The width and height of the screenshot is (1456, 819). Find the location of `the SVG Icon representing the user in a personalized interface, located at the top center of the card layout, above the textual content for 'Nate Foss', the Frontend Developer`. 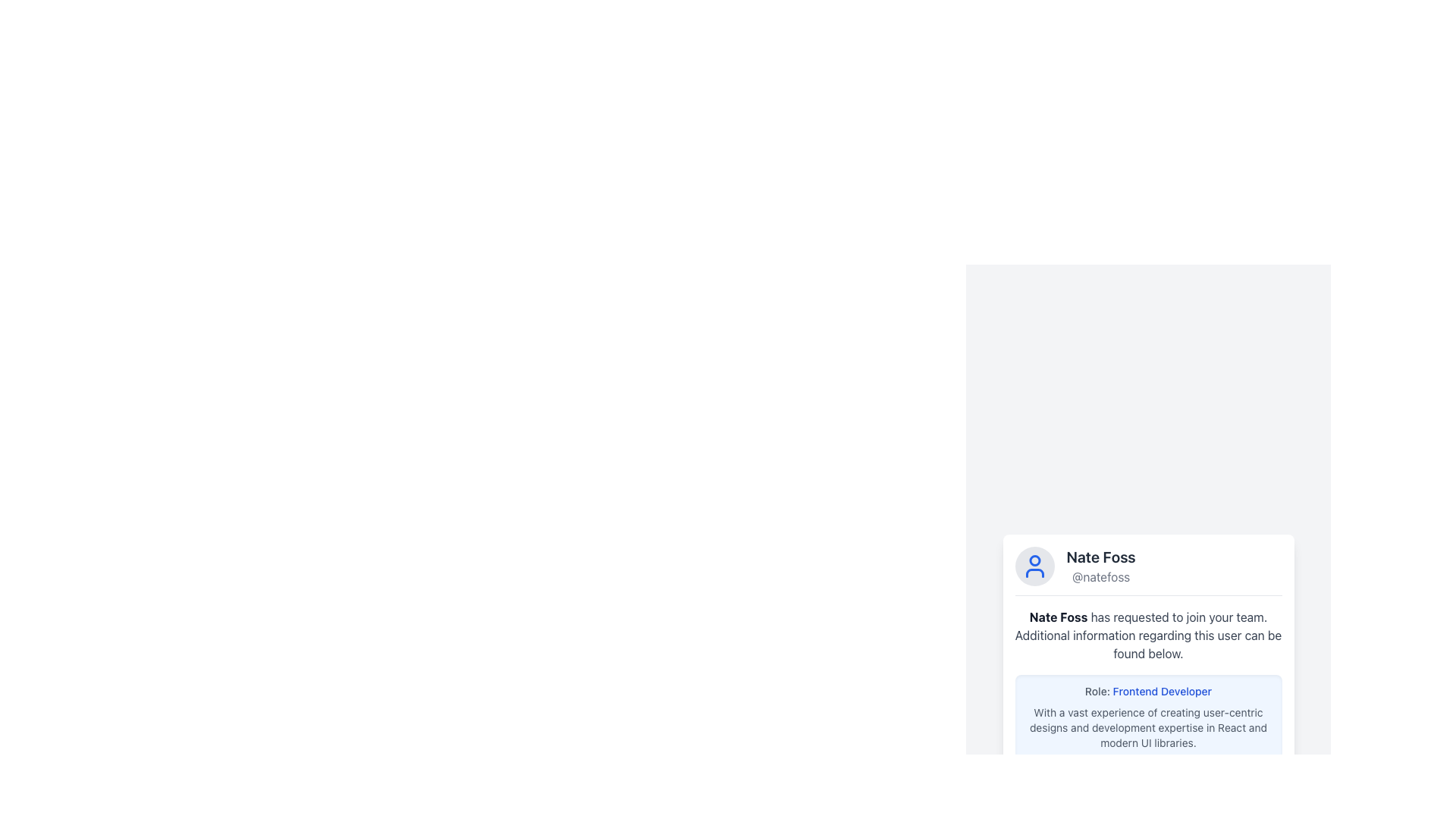

the SVG Icon representing the user in a personalized interface, located at the top center of the card layout, above the textual content for 'Nate Foss', the Frontend Developer is located at coordinates (1034, 566).